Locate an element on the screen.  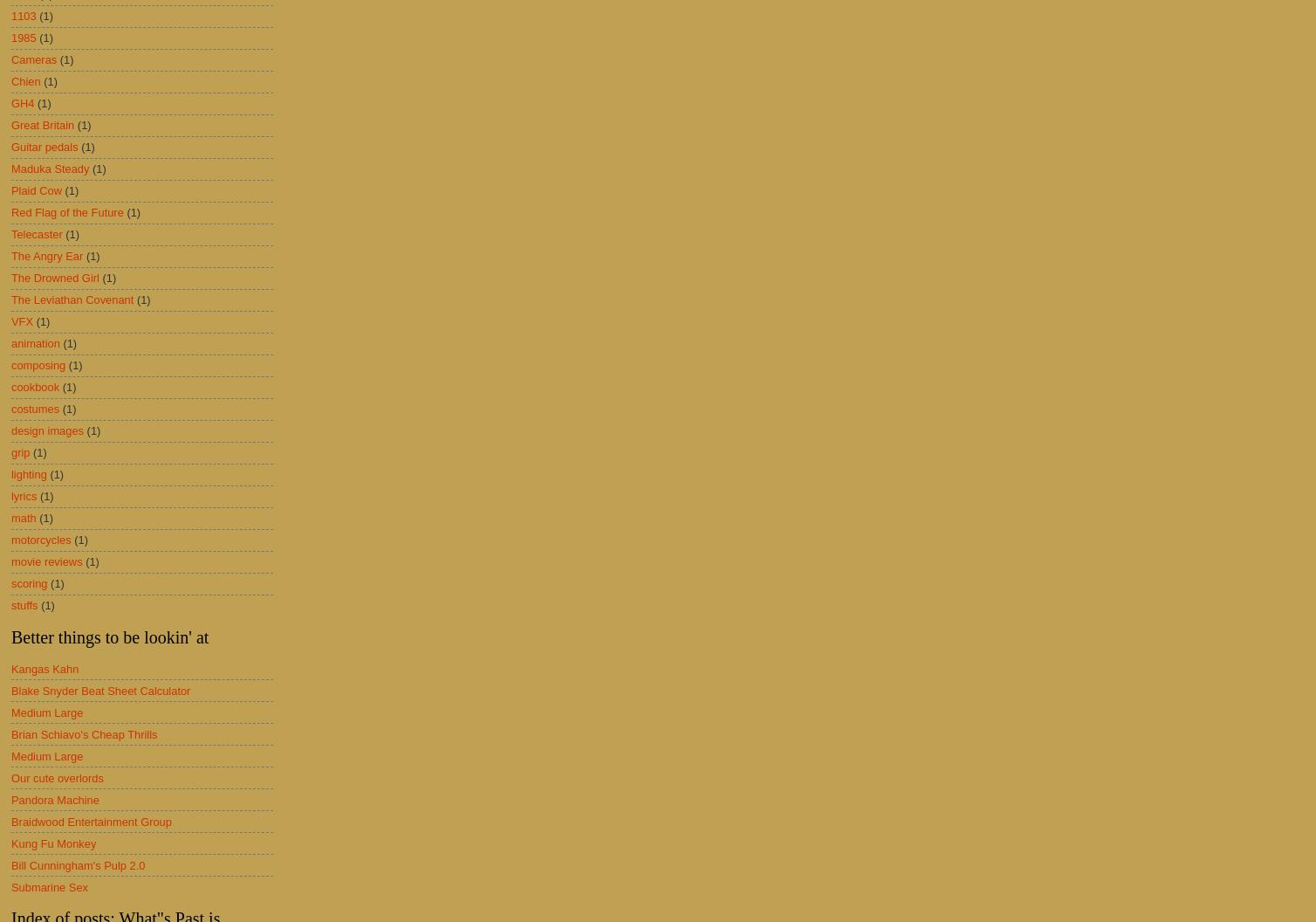
'Chien' is located at coordinates (25, 80).